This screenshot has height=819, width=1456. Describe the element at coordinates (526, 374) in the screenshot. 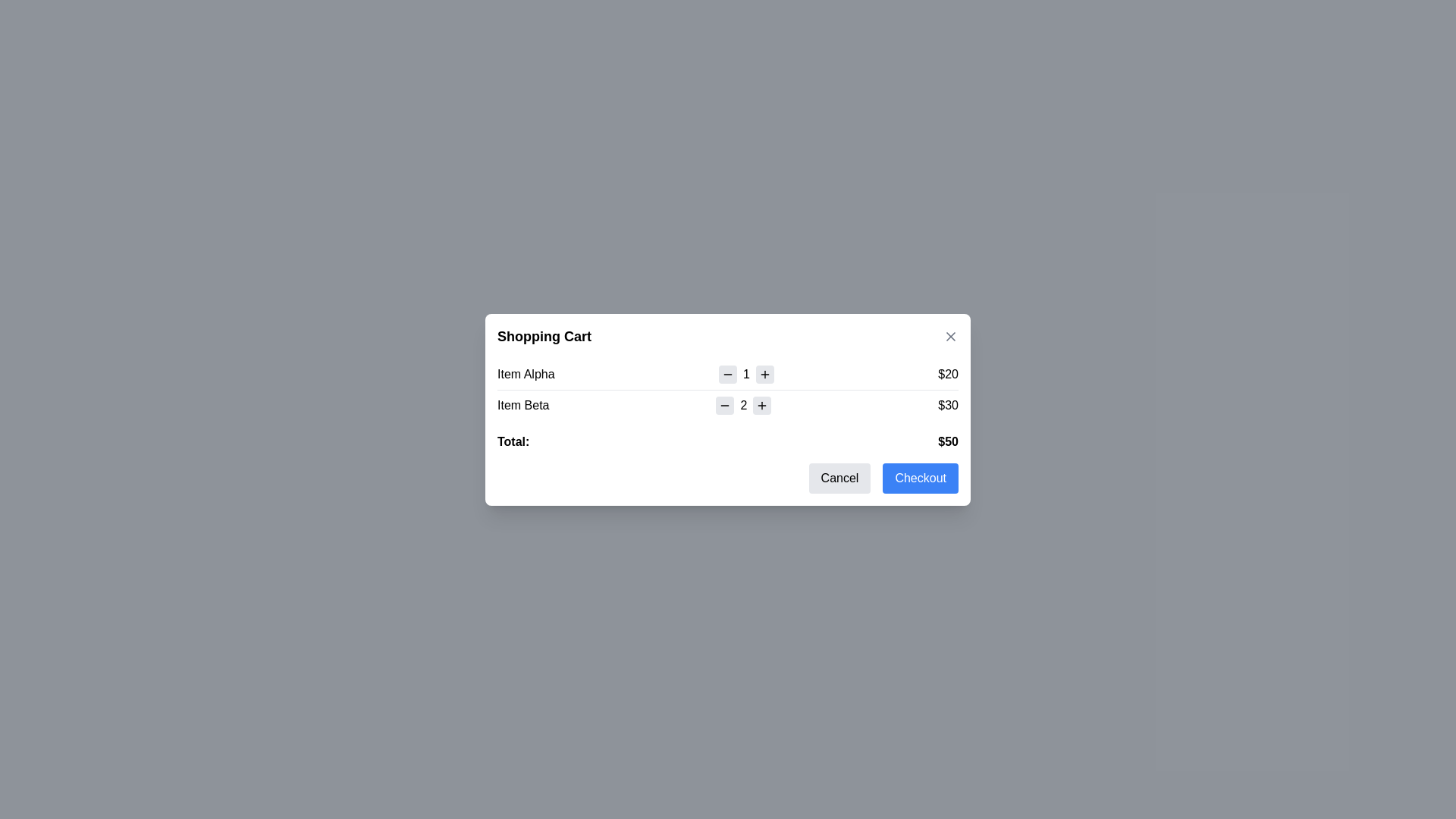

I see `the text label displaying 'Item Alpha' located in the 'Shopping Cart' section, which is aligned to the left of the quantity control buttons` at that location.